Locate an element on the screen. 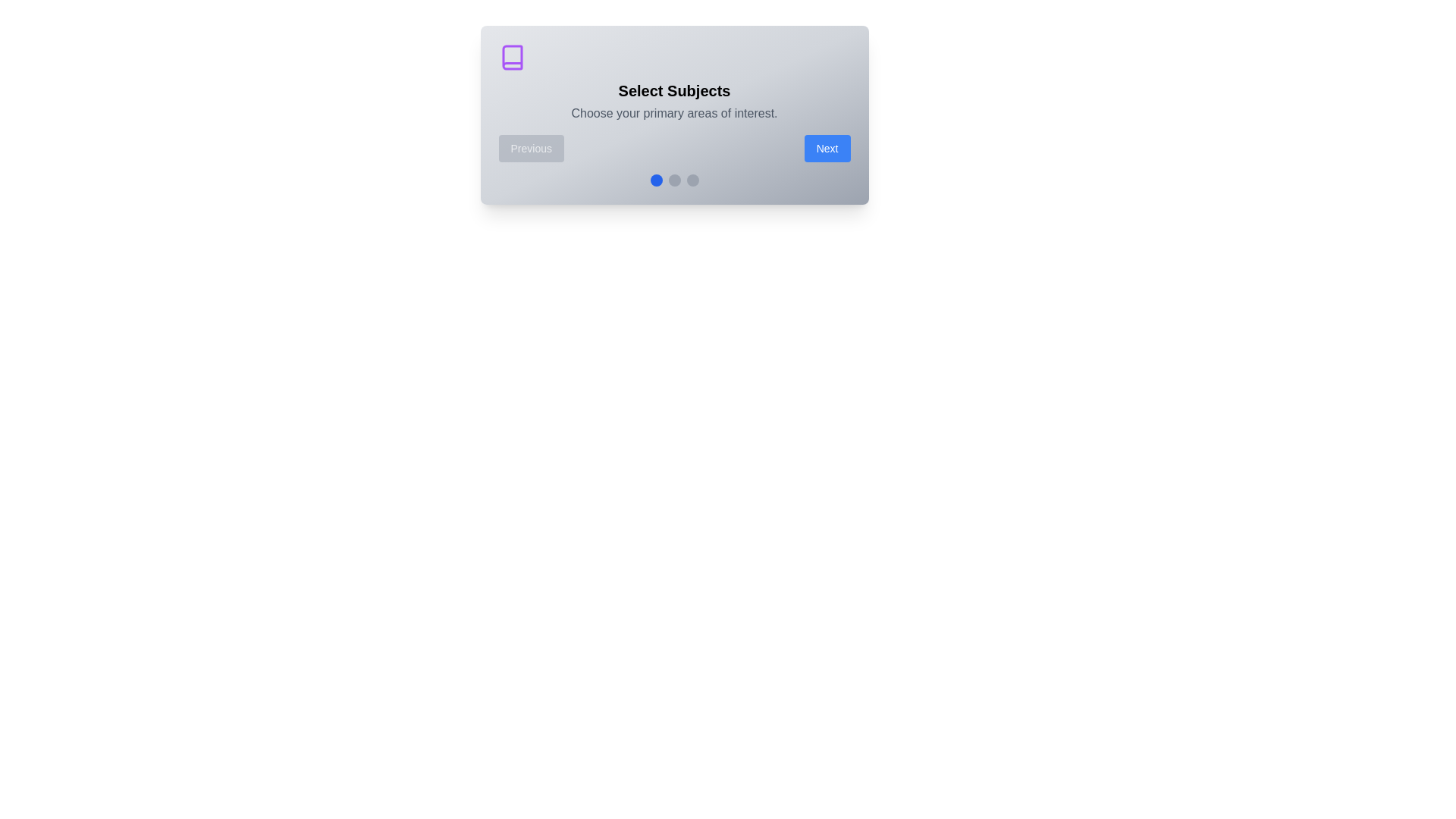  the 'Next' button to proceed to the next step is located at coordinates (826, 149).